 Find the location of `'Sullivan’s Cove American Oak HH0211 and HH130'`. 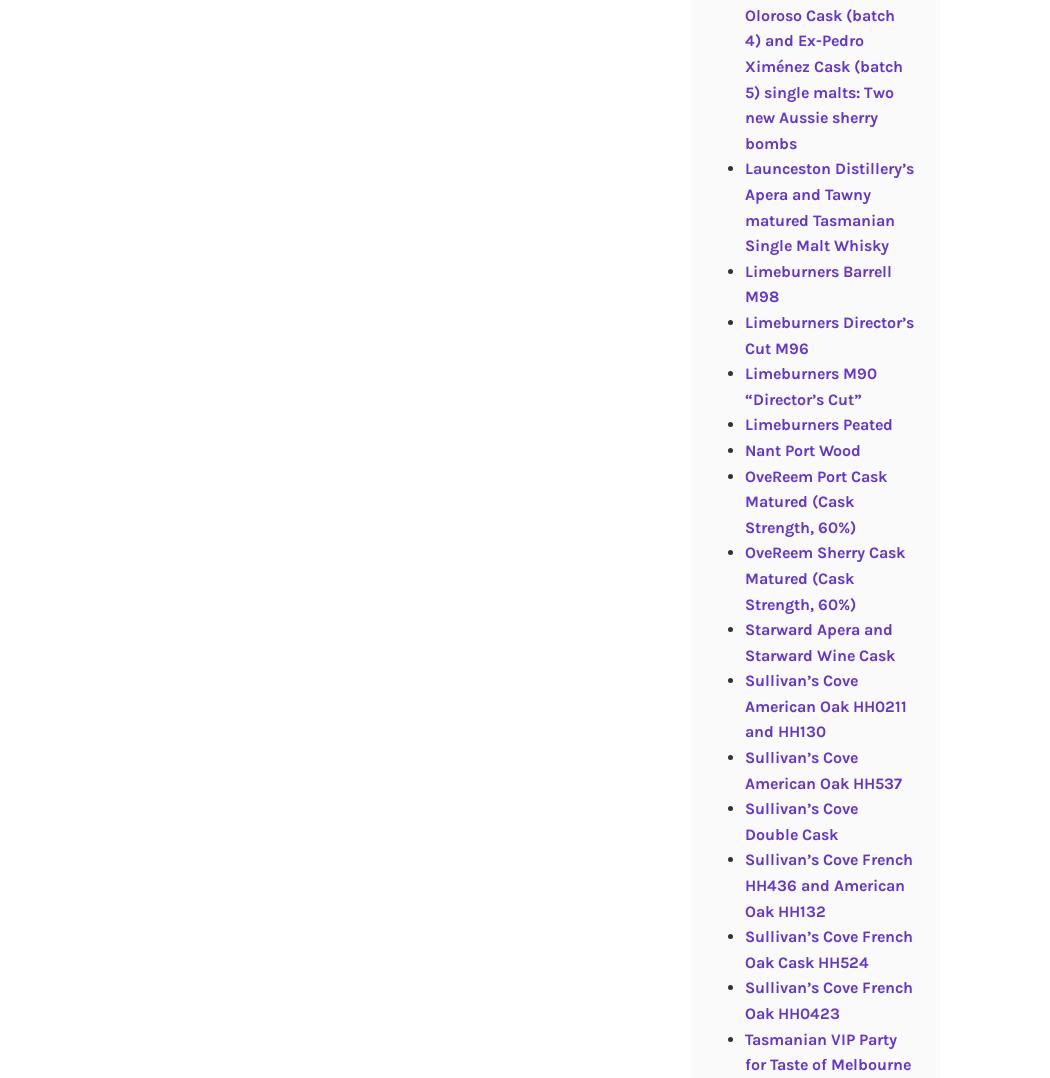

'Sullivan’s Cove American Oak HH0211 and HH130' is located at coordinates (743, 704).